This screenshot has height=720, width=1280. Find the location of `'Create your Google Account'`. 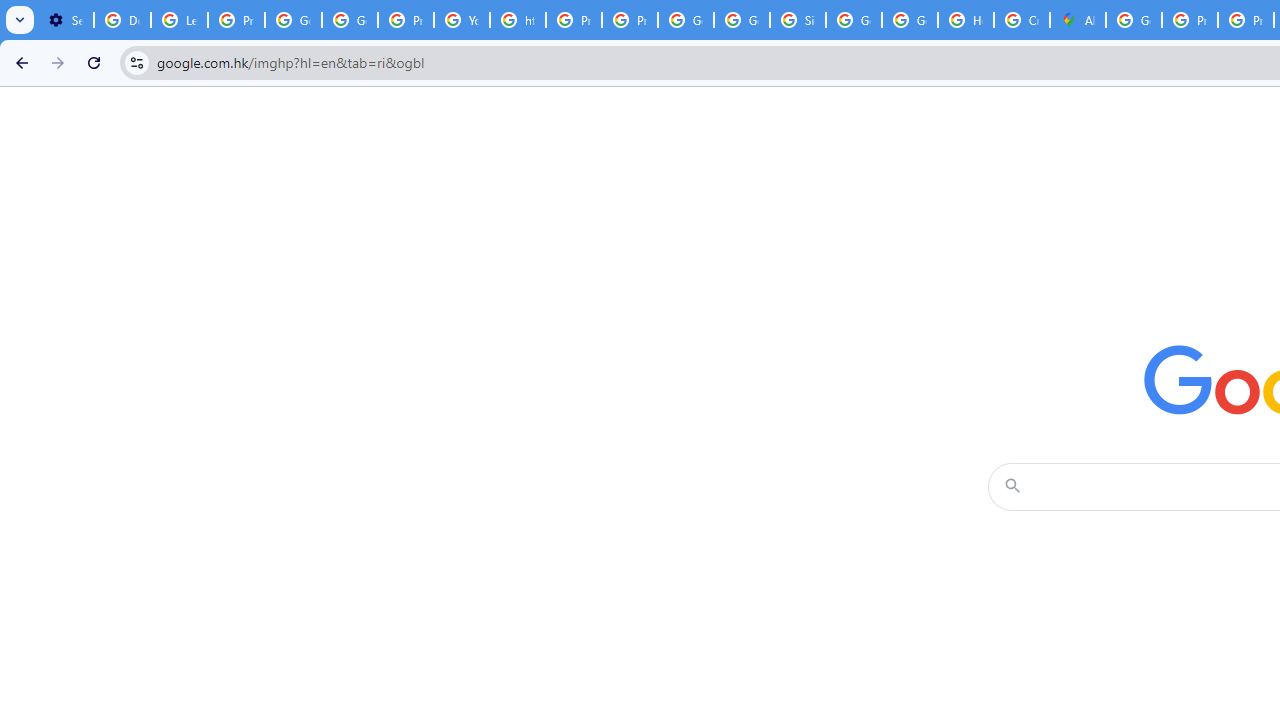

'Create your Google Account' is located at coordinates (1022, 20).